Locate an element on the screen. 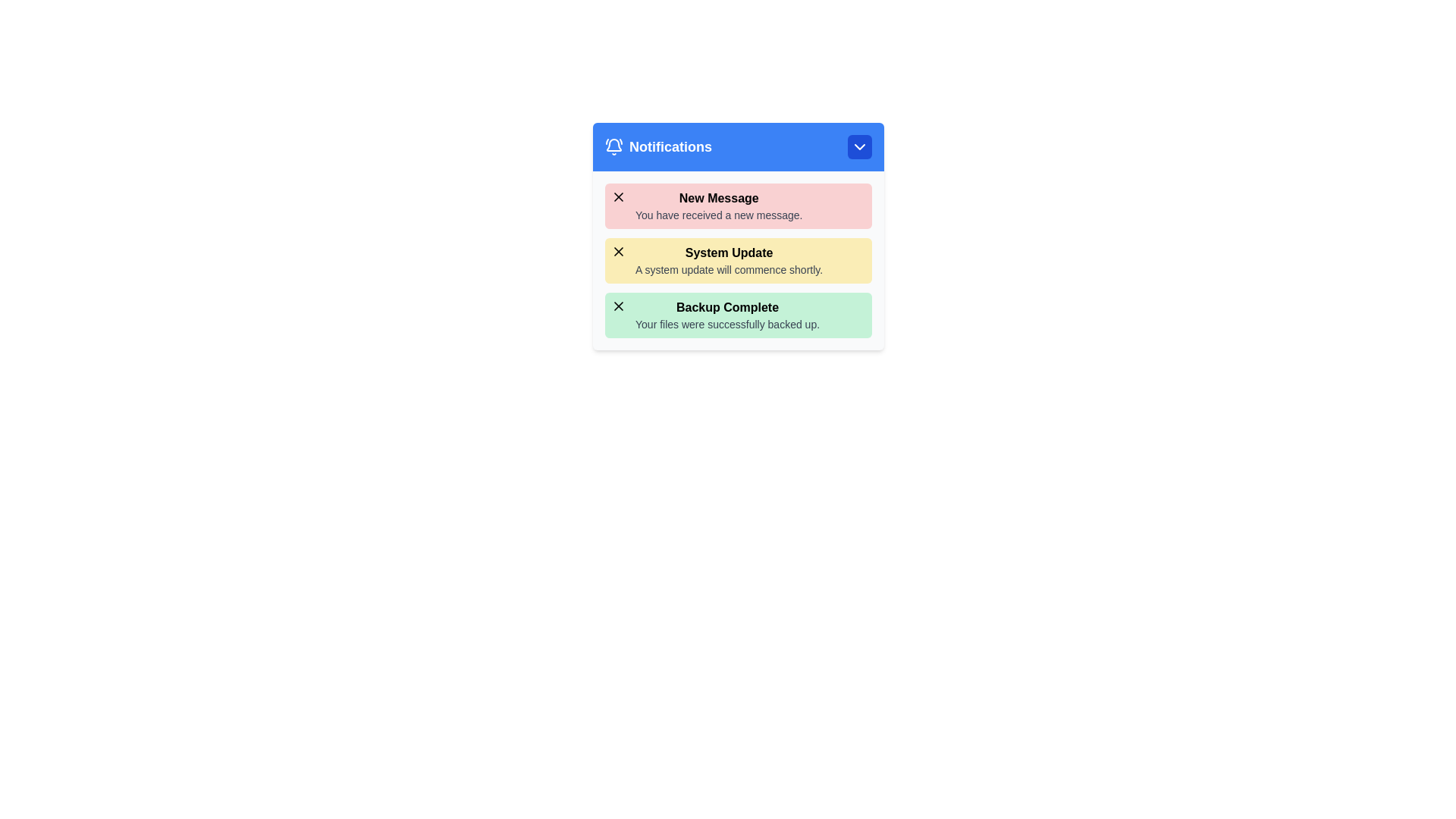 This screenshot has width=1456, height=819. the small rectangular button with rounded corners and a blue background, located at the top-right corner of the 'Notifications' header is located at coordinates (859, 146).